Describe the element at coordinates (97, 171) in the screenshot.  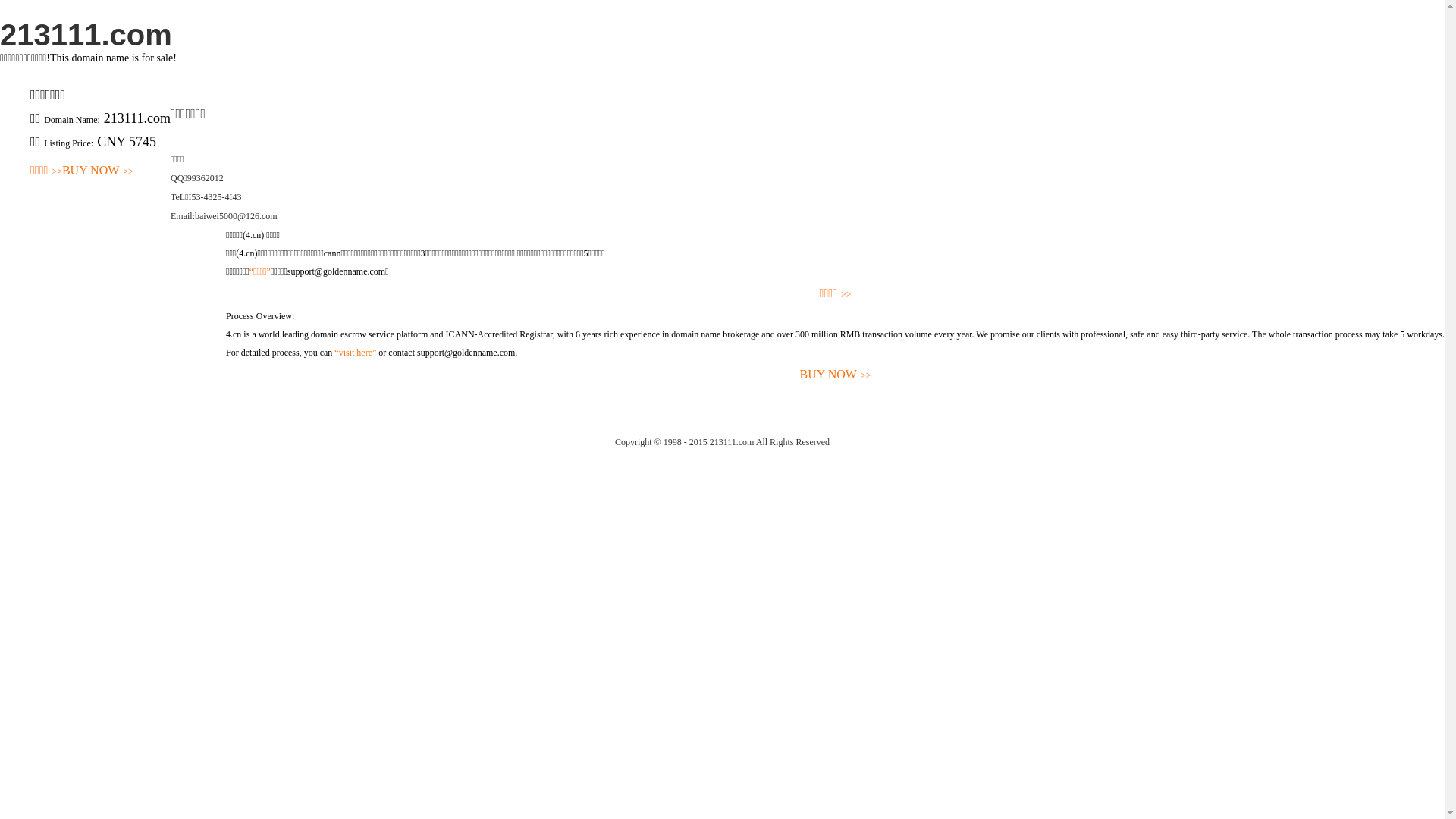
I see `'BUY NOW>>'` at that location.